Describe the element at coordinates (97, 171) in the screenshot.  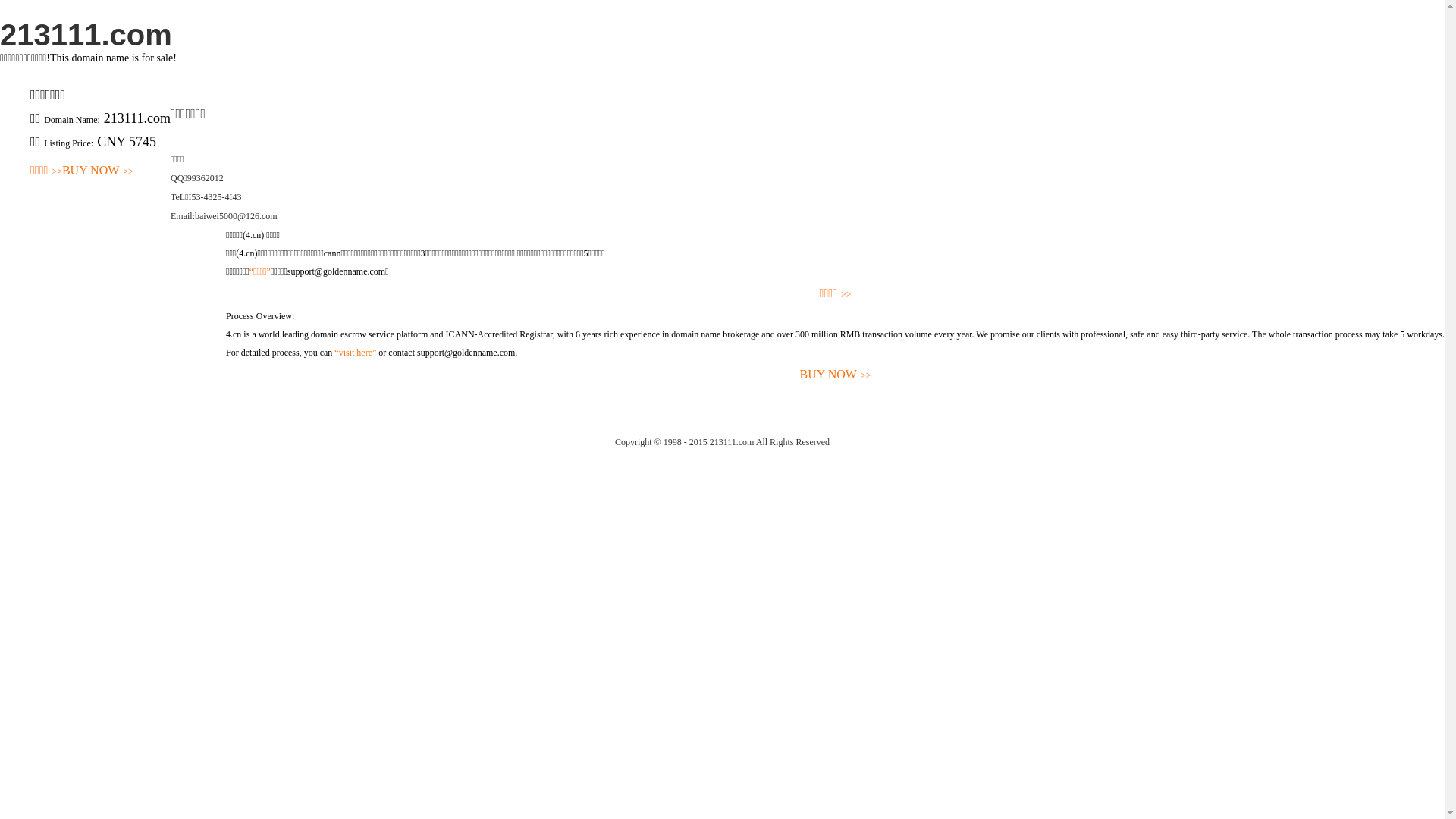
I see `'BUY NOW>>'` at that location.